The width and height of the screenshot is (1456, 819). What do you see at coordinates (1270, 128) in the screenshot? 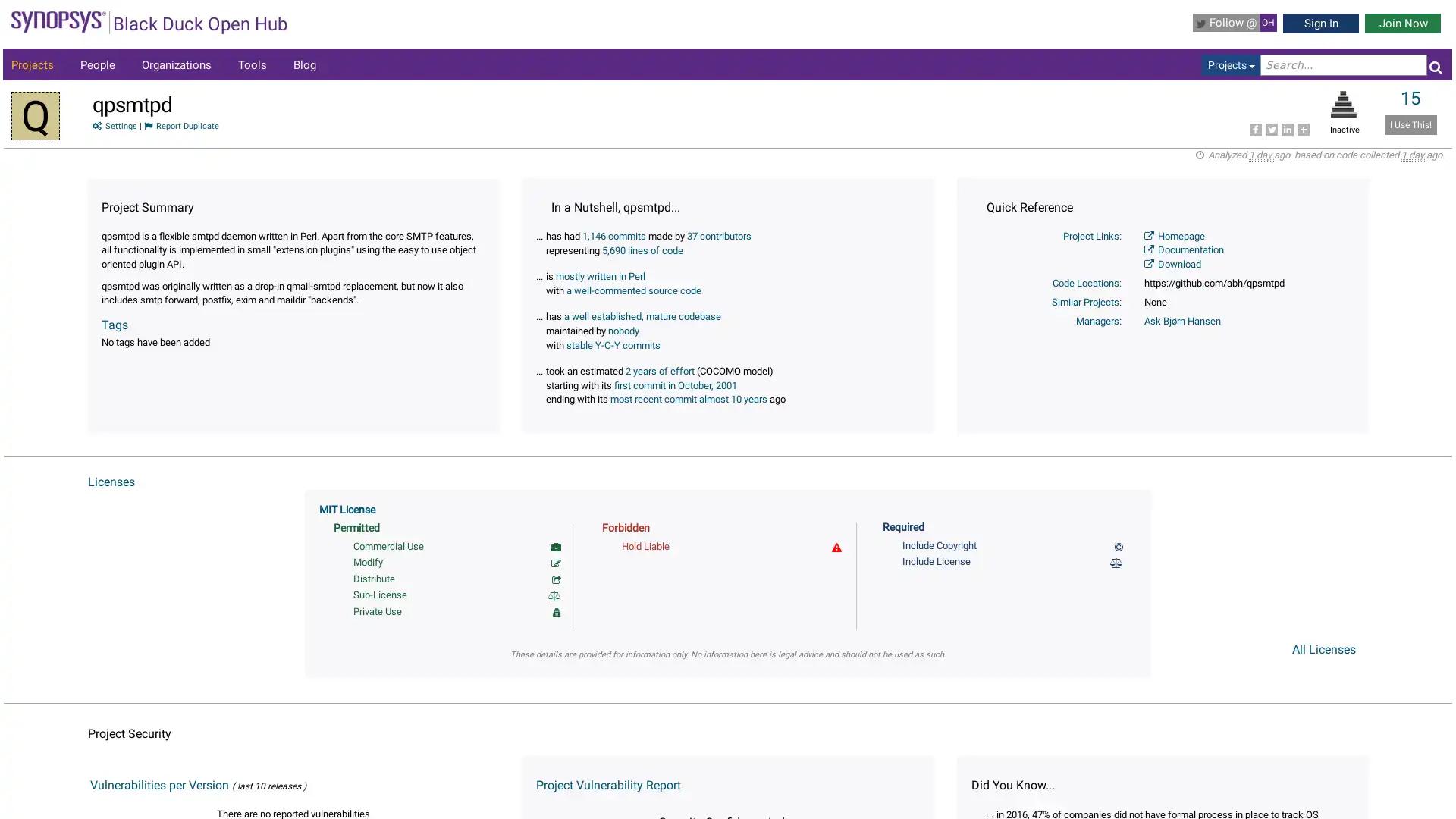
I see `Share to Twitter` at bounding box center [1270, 128].